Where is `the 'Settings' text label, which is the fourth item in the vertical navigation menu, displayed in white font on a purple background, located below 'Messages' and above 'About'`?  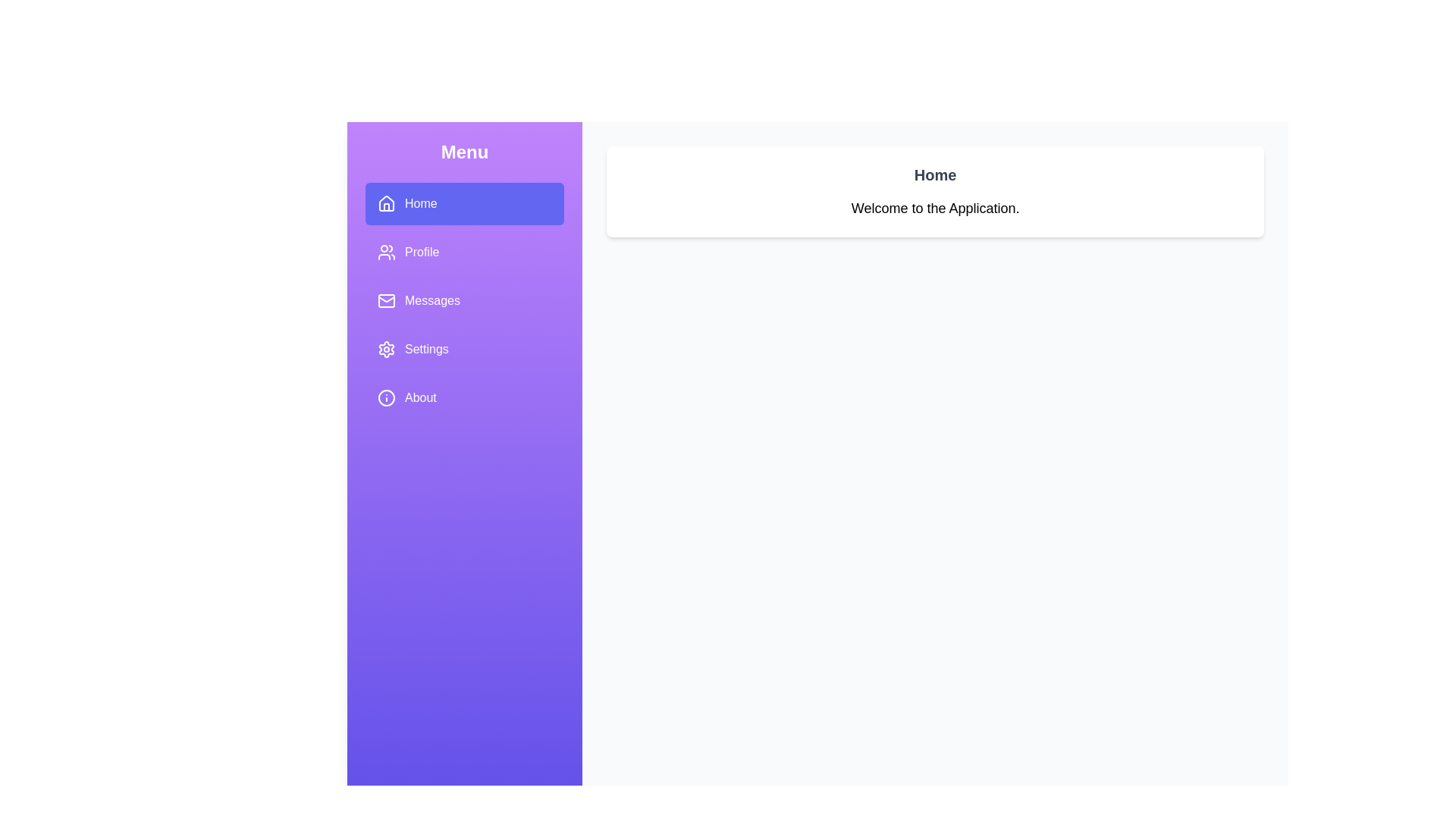
the 'Settings' text label, which is the fourth item in the vertical navigation menu, displayed in white font on a purple background, located below 'Messages' and above 'About' is located at coordinates (425, 350).